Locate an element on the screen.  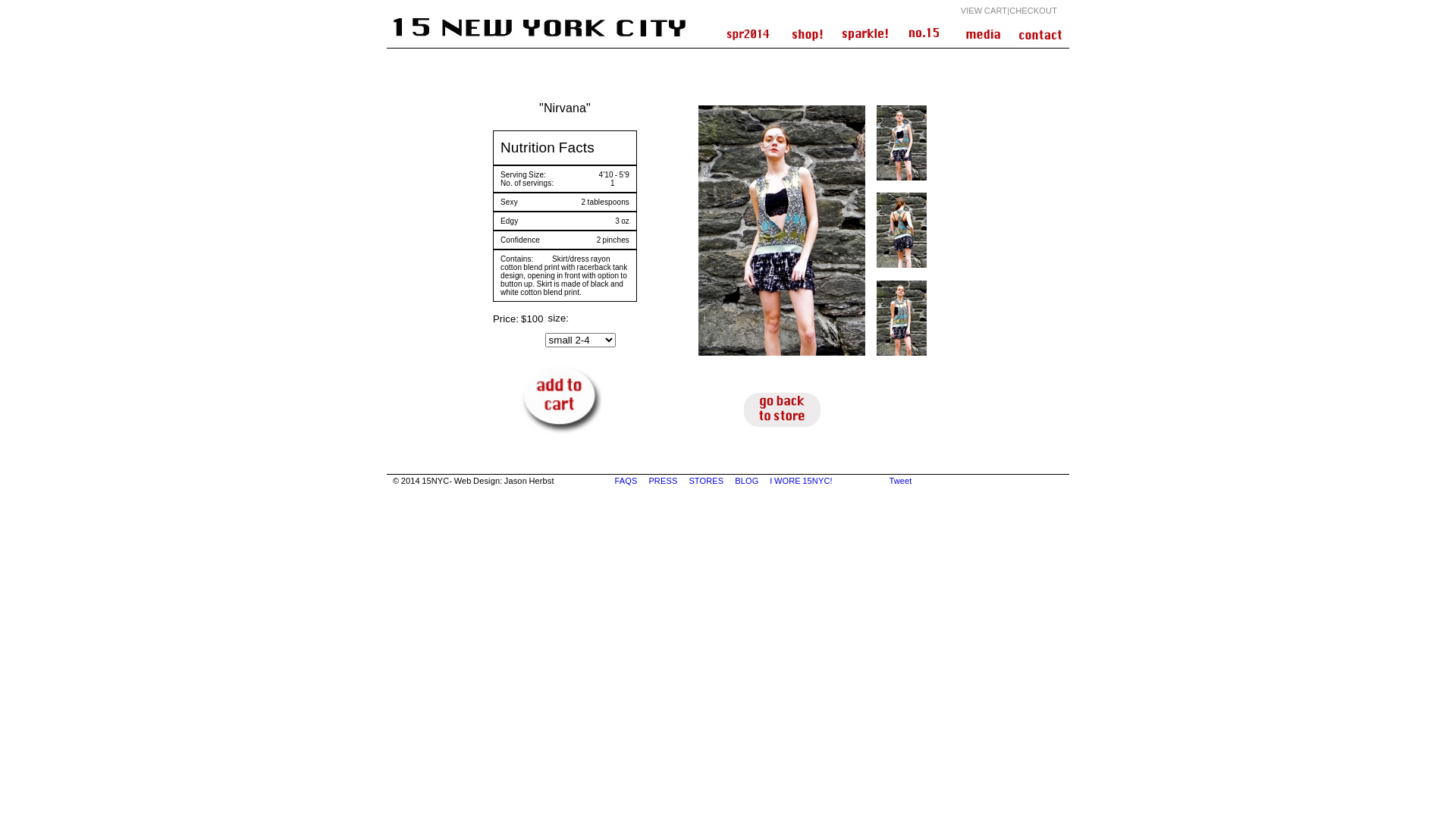
'I WORE 15NYC!' is located at coordinates (801, 480).